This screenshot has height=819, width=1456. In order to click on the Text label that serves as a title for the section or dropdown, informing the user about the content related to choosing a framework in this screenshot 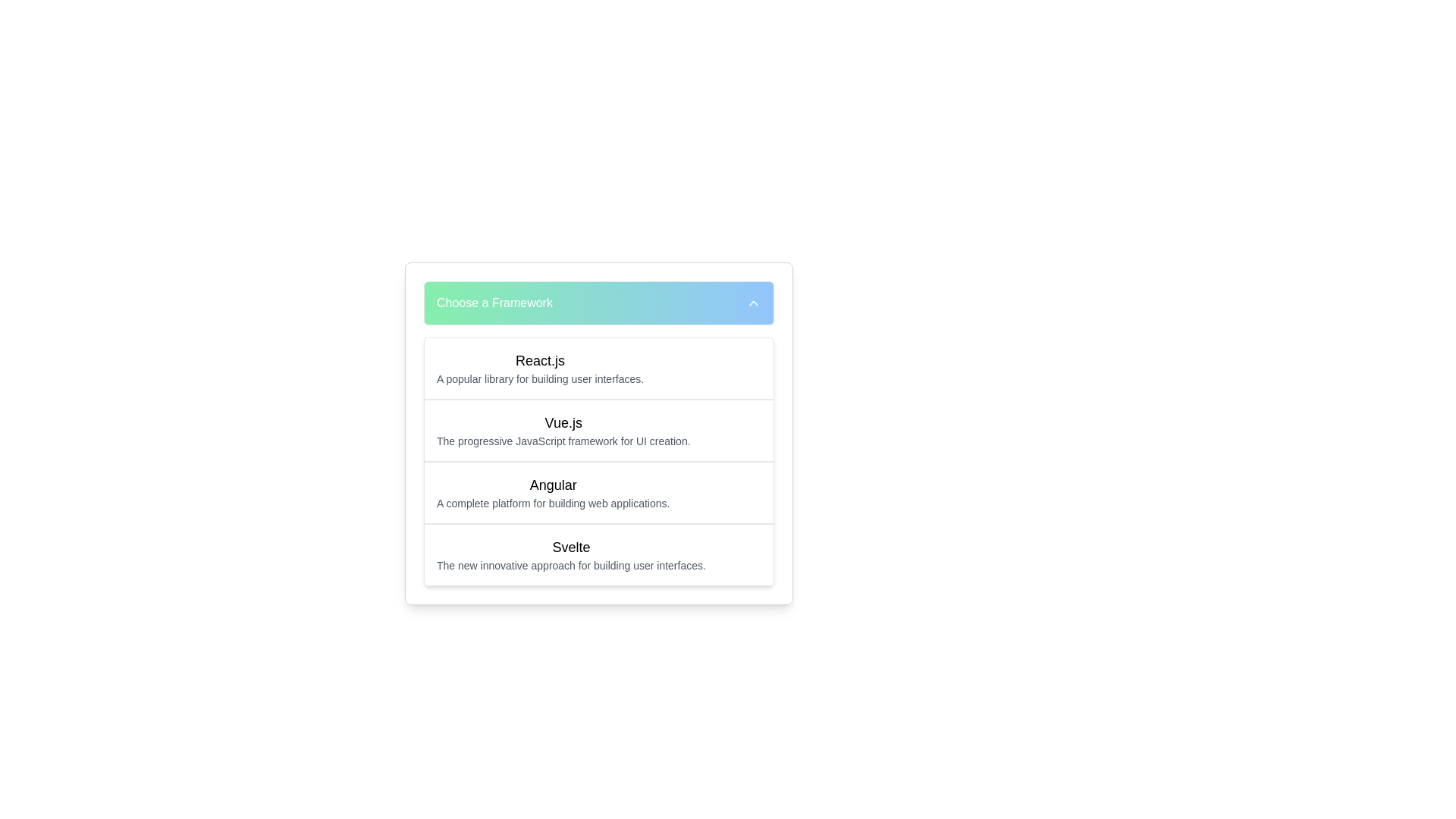, I will do `click(494, 303)`.